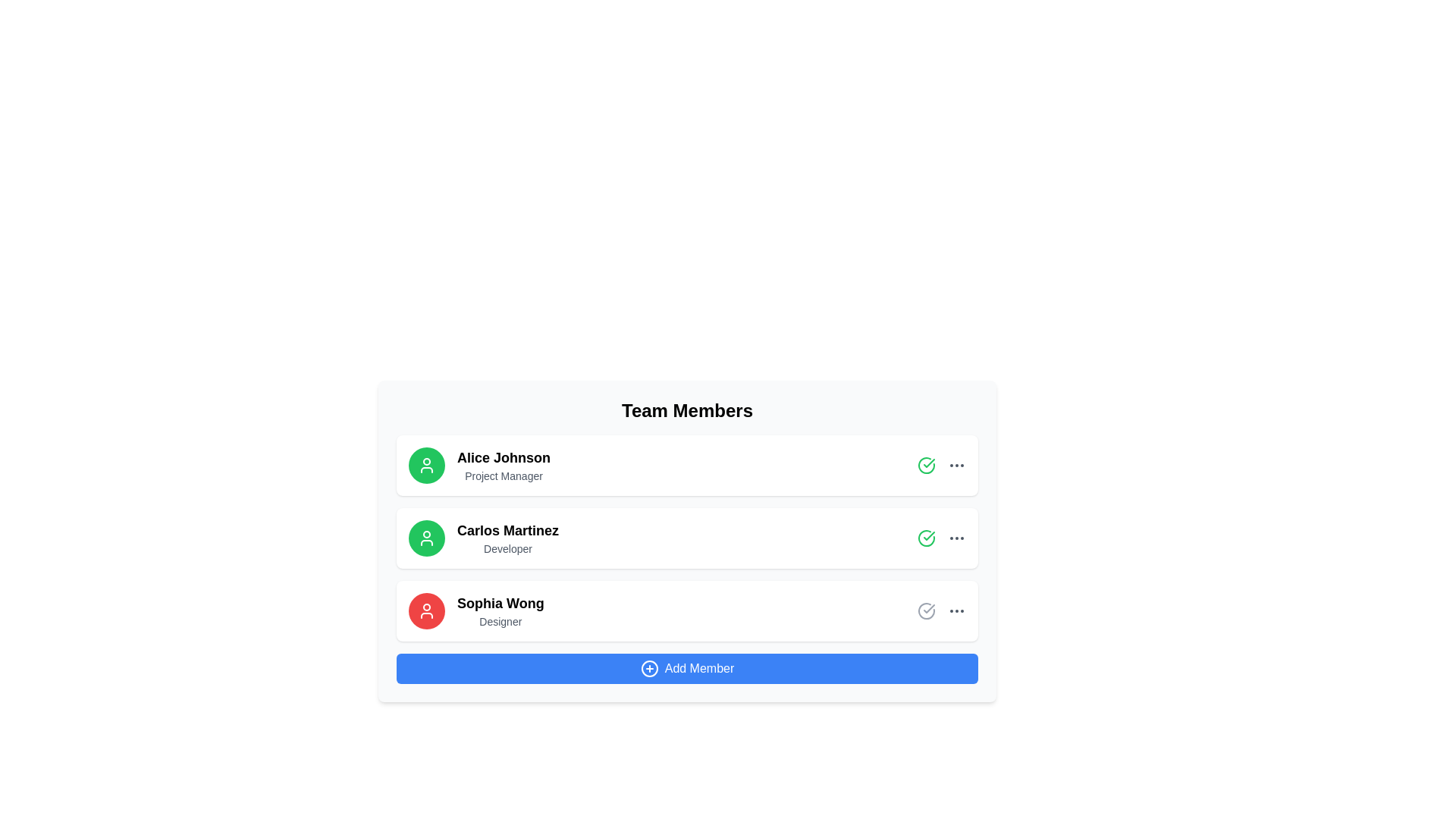  Describe the element at coordinates (956, 464) in the screenshot. I see `the ellipsis button (three small circular dots) located on the right-hand side of 'Alice Johnson - Project Manager'` at that location.